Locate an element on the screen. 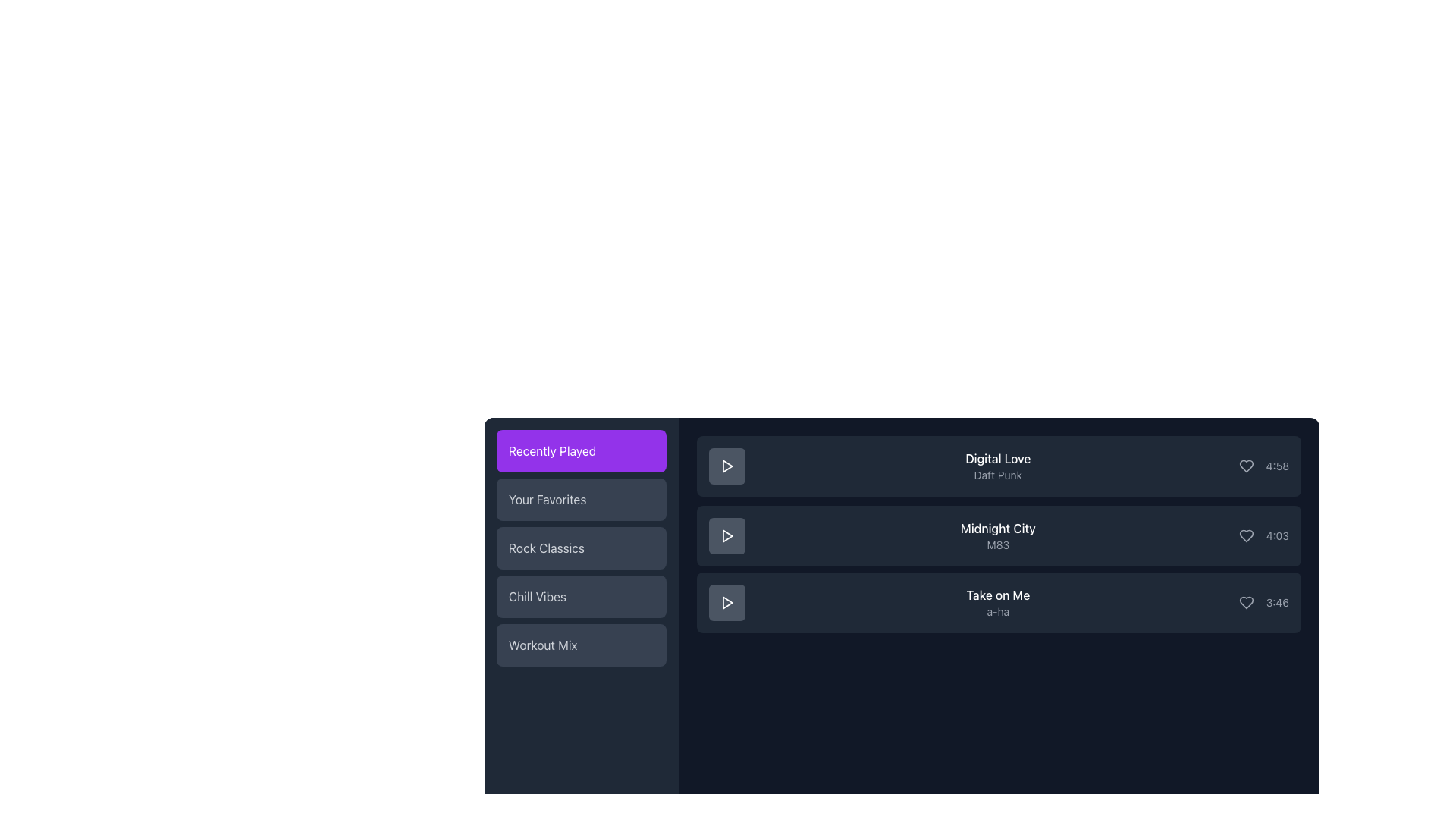  the 'Rock Classics' button located in the left sidebar, which has a dark gray background and light gray text is located at coordinates (581, 548).